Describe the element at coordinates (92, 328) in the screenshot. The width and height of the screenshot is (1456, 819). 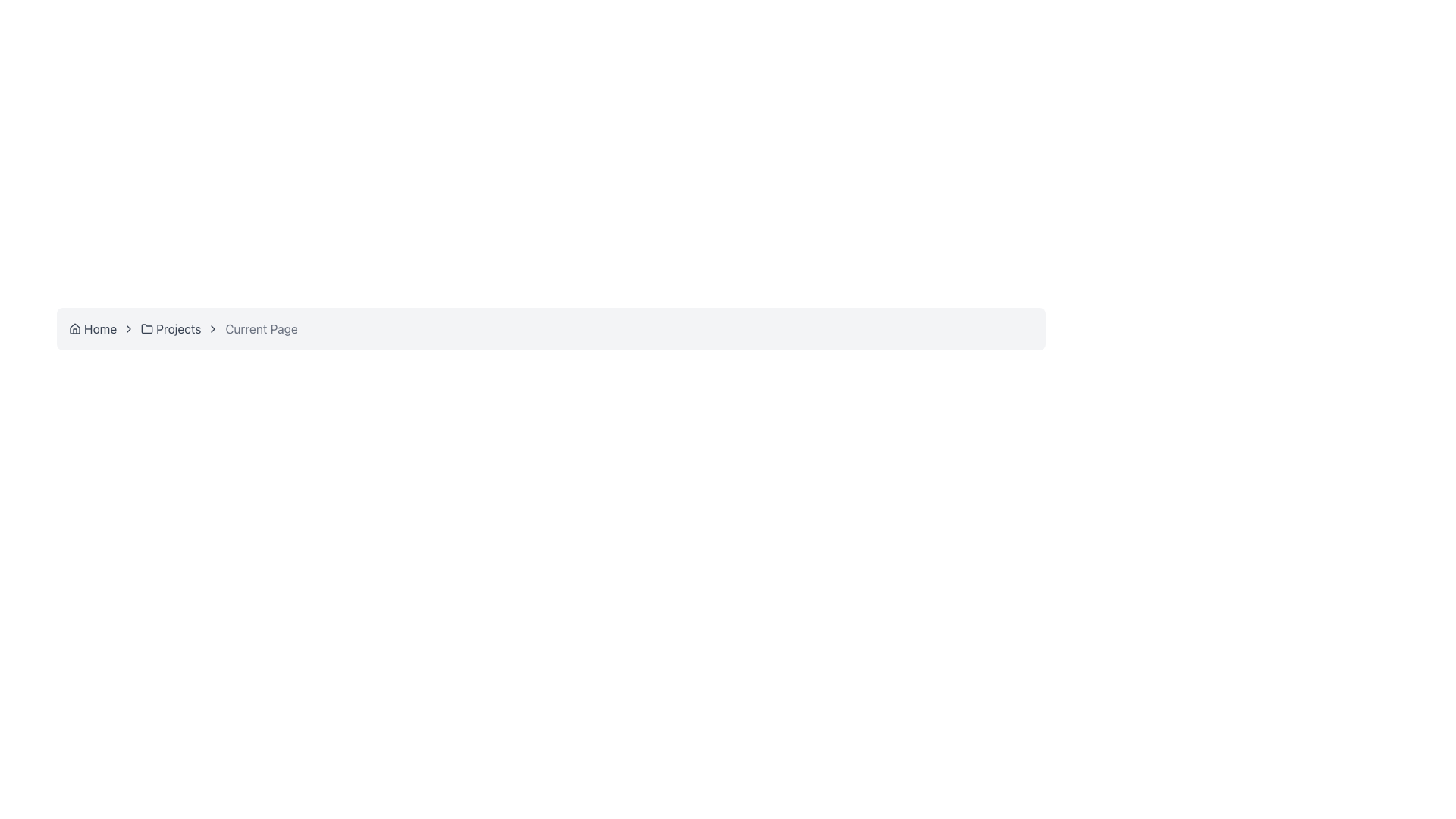
I see `the first hyperlink in the breadcrumb navigation bar located at the top left part of the navigation interface` at that location.